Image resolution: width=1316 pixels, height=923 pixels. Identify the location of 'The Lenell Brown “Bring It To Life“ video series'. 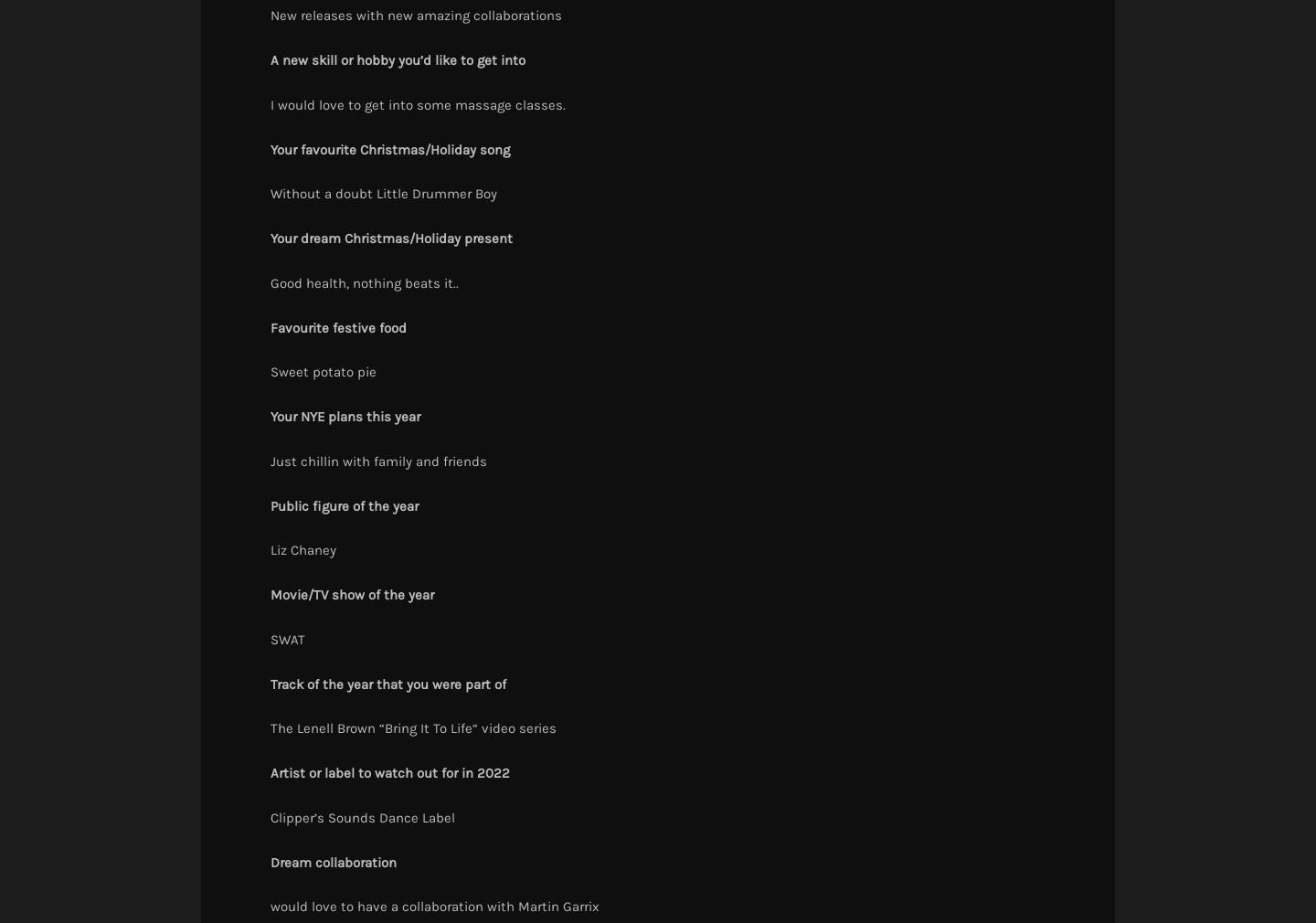
(413, 727).